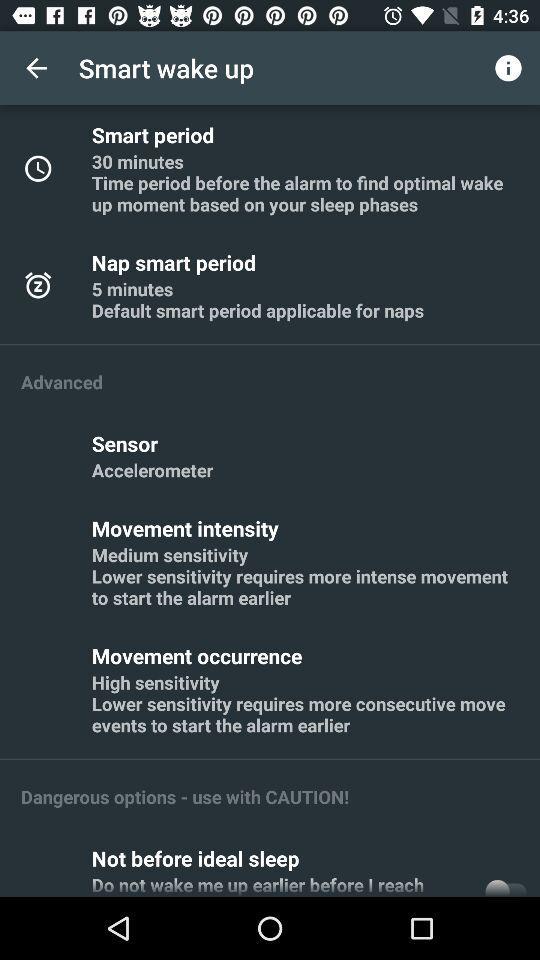 Image resolution: width=540 pixels, height=960 pixels. Describe the element at coordinates (185, 796) in the screenshot. I see `the icon above not before ideal` at that location.